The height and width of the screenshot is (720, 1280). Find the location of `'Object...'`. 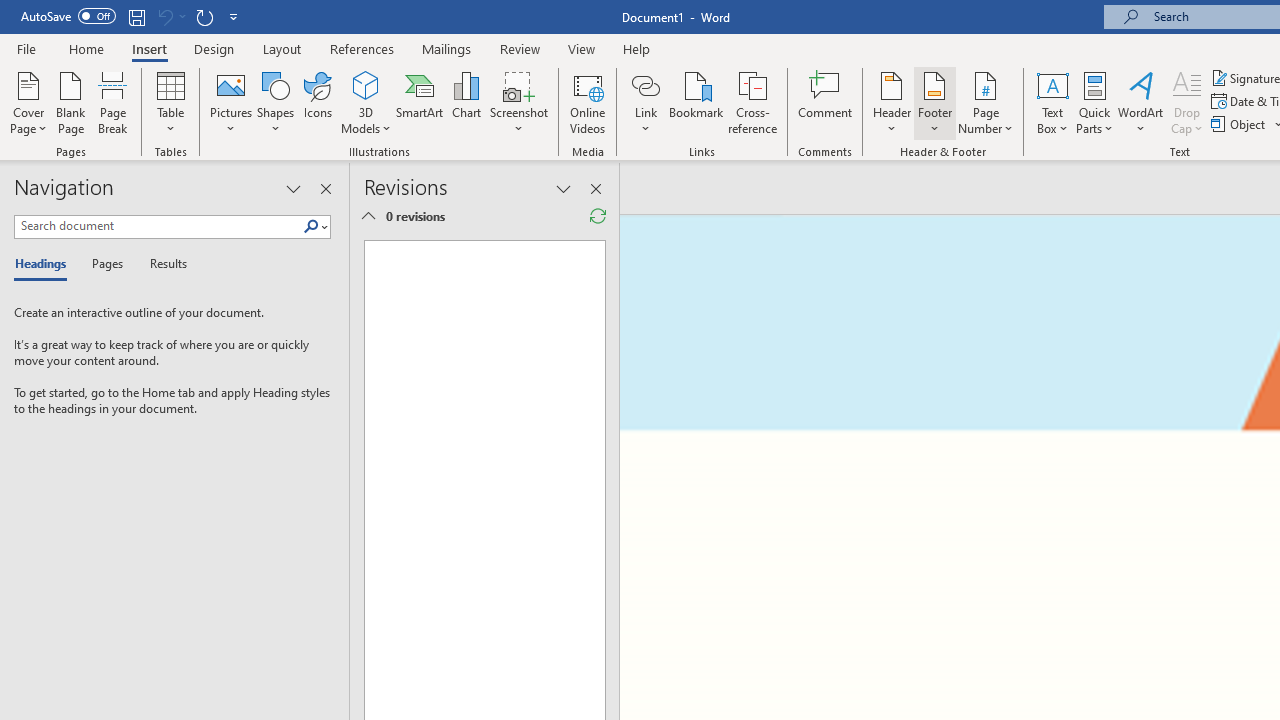

'Object...' is located at coordinates (1239, 124).